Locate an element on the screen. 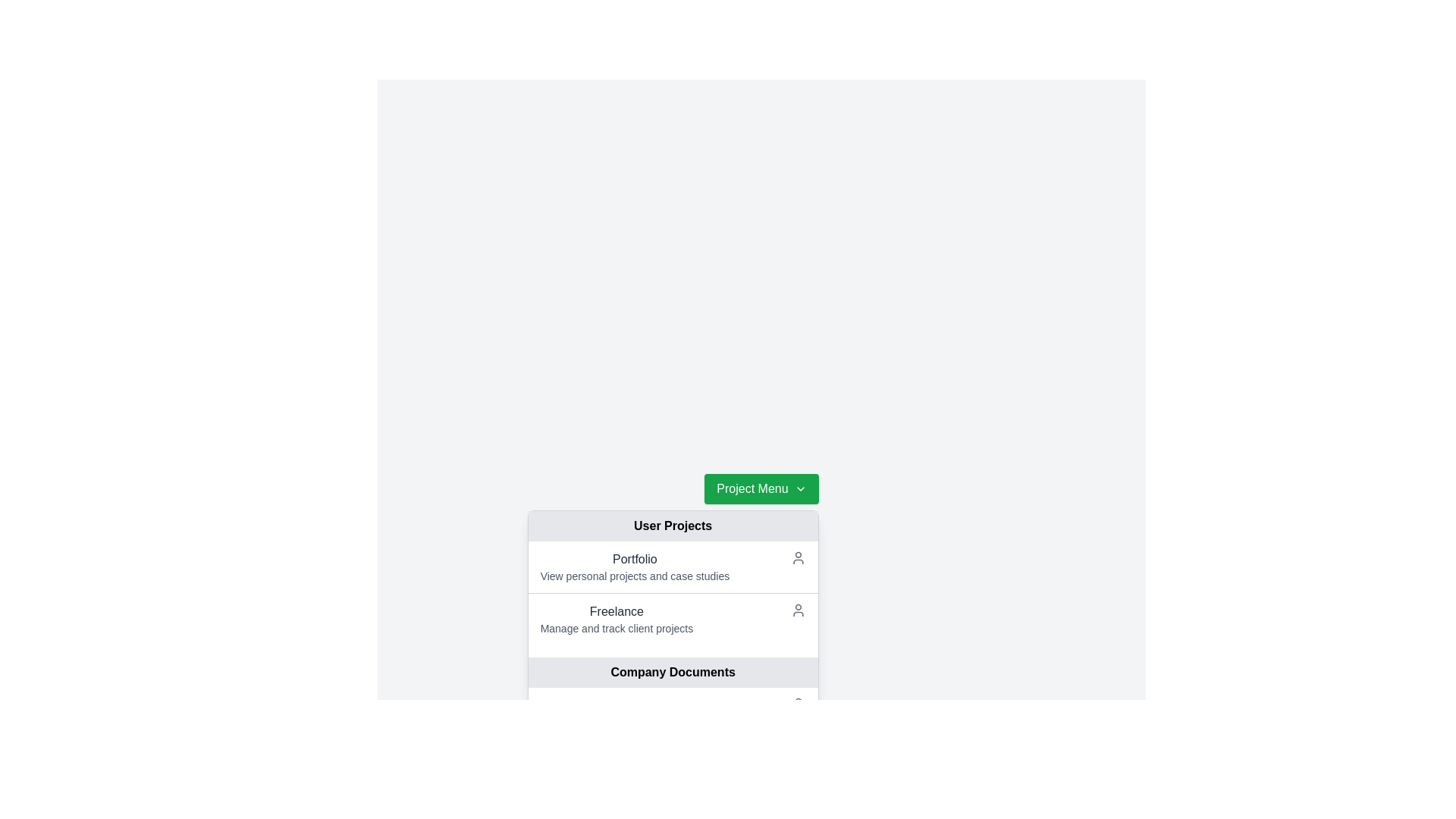  the user profile icon at the far-right edge of the 'Portfolio' row in the 'User Projects' menu is located at coordinates (797, 558).